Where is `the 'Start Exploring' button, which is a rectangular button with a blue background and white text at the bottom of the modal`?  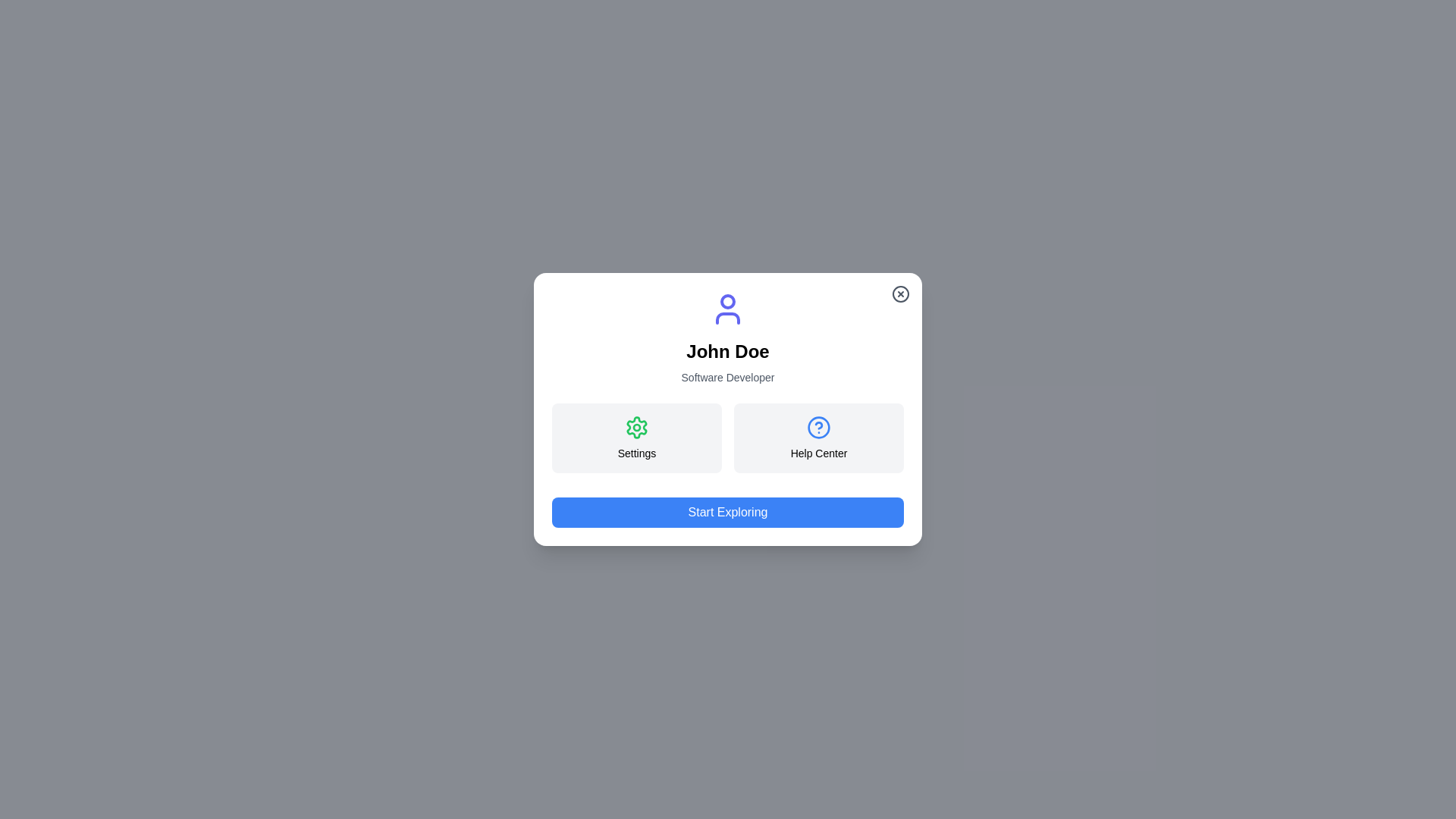 the 'Start Exploring' button, which is a rectangular button with a blue background and white text at the bottom of the modal is located at coordinates (728, 512).